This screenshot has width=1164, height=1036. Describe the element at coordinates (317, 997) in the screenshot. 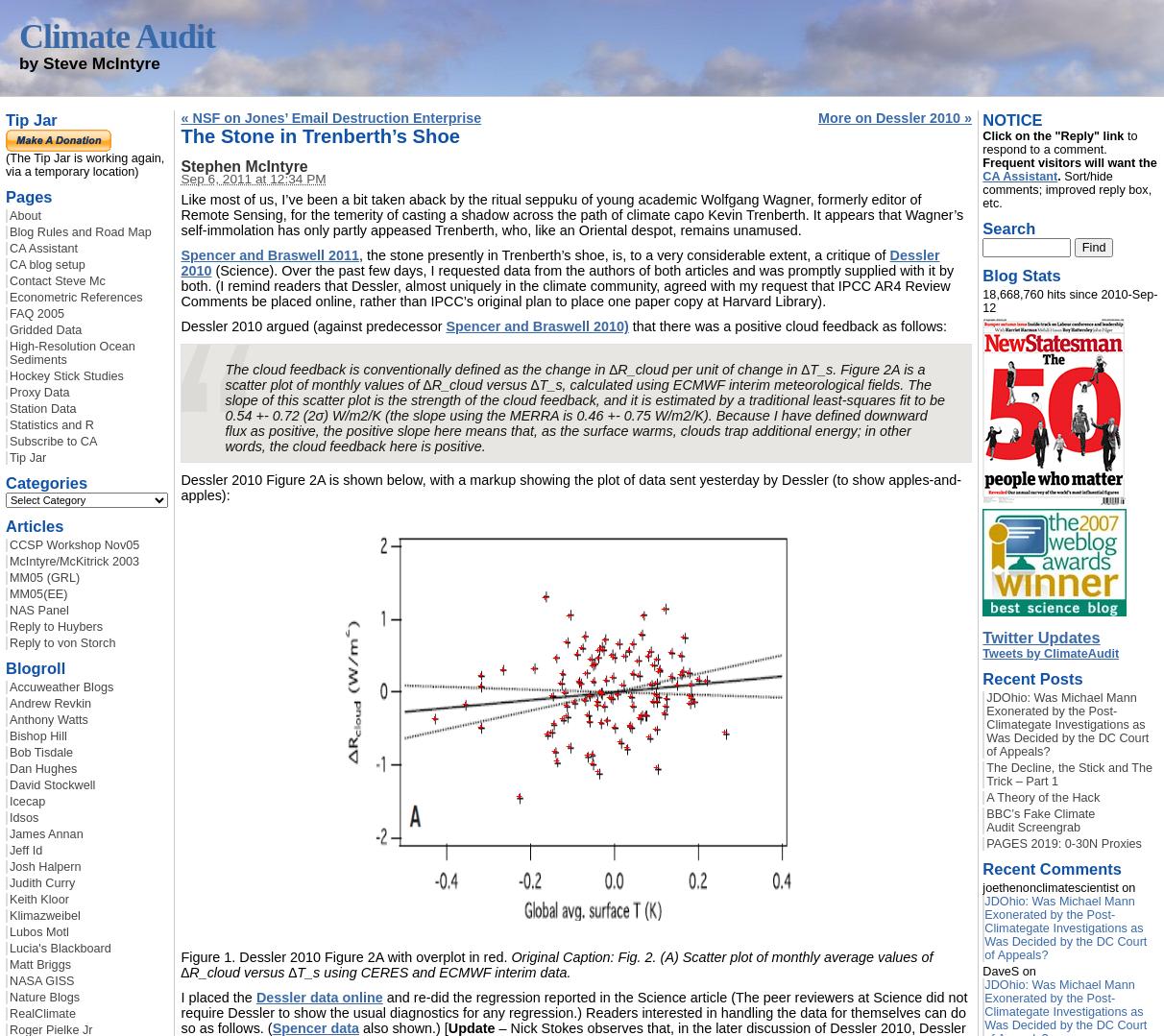

I see `'Dessler data online'` at that location.